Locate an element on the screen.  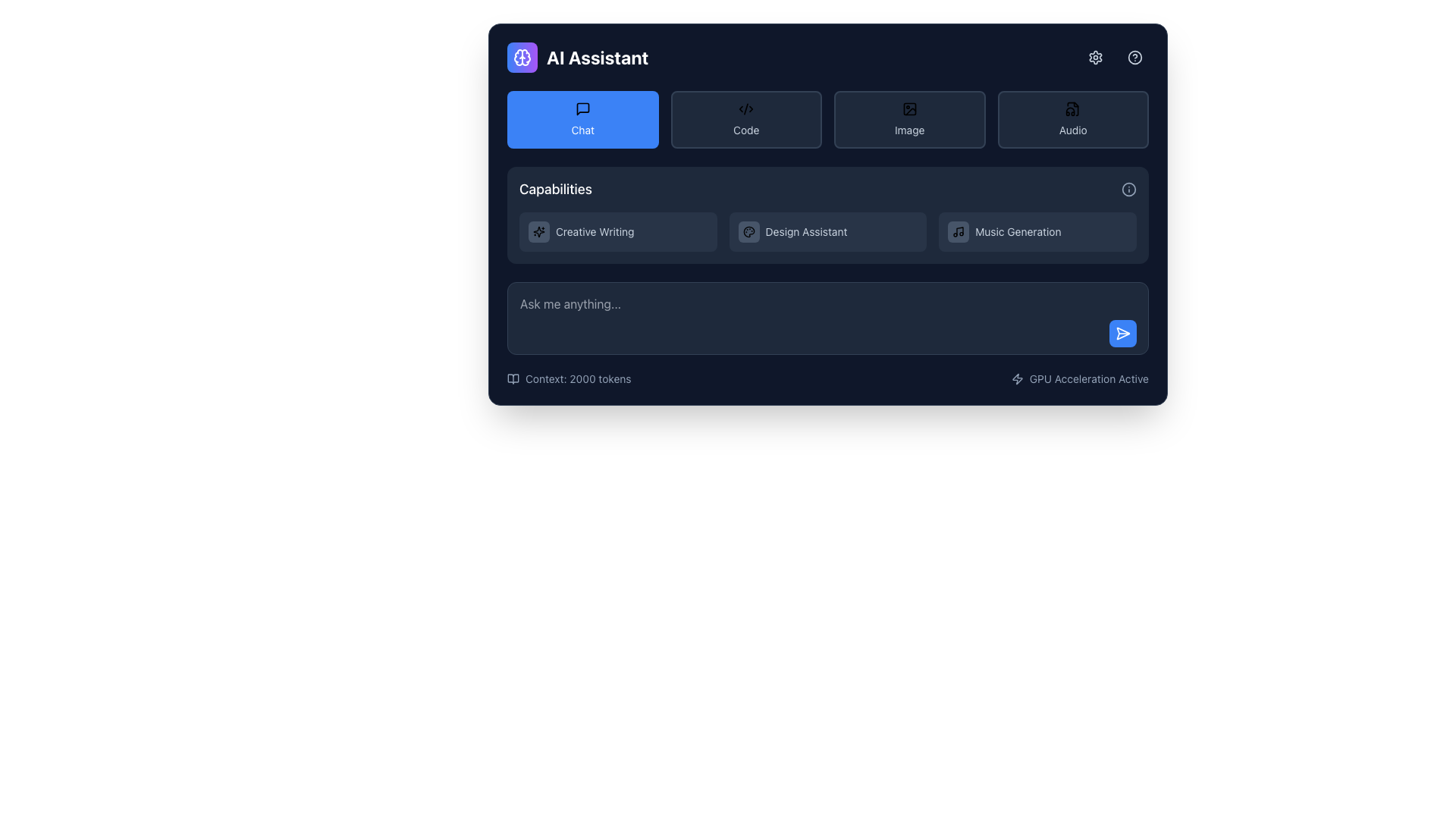
the static text element displaying 'Context: 2000 tokens' styled in light gray on a dark blue background, located at the bottom-left of the interface is located at coordinates (577, 378).